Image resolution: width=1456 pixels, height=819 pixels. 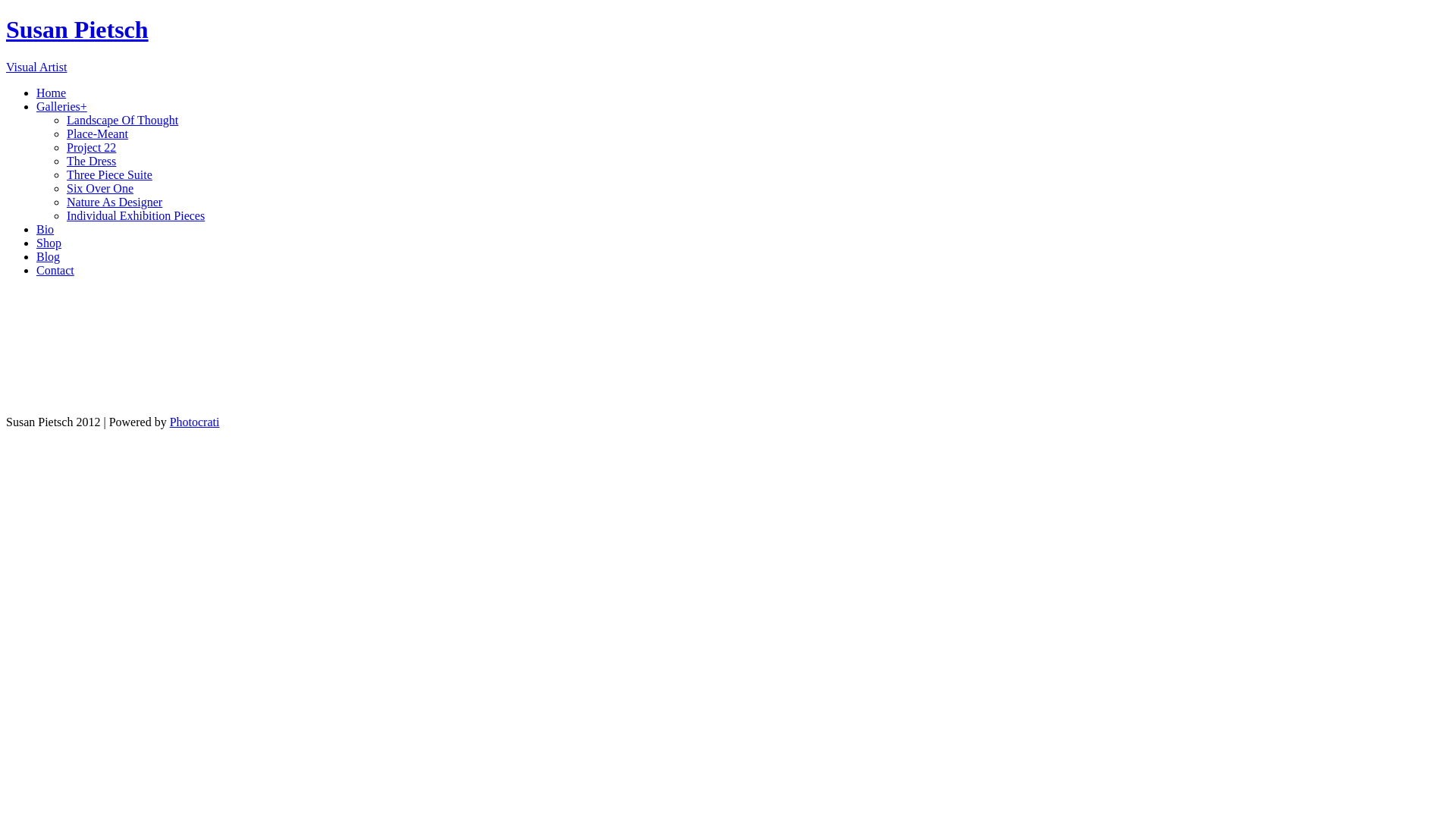 I want to click on 'Home', so click(x=51, y=93).